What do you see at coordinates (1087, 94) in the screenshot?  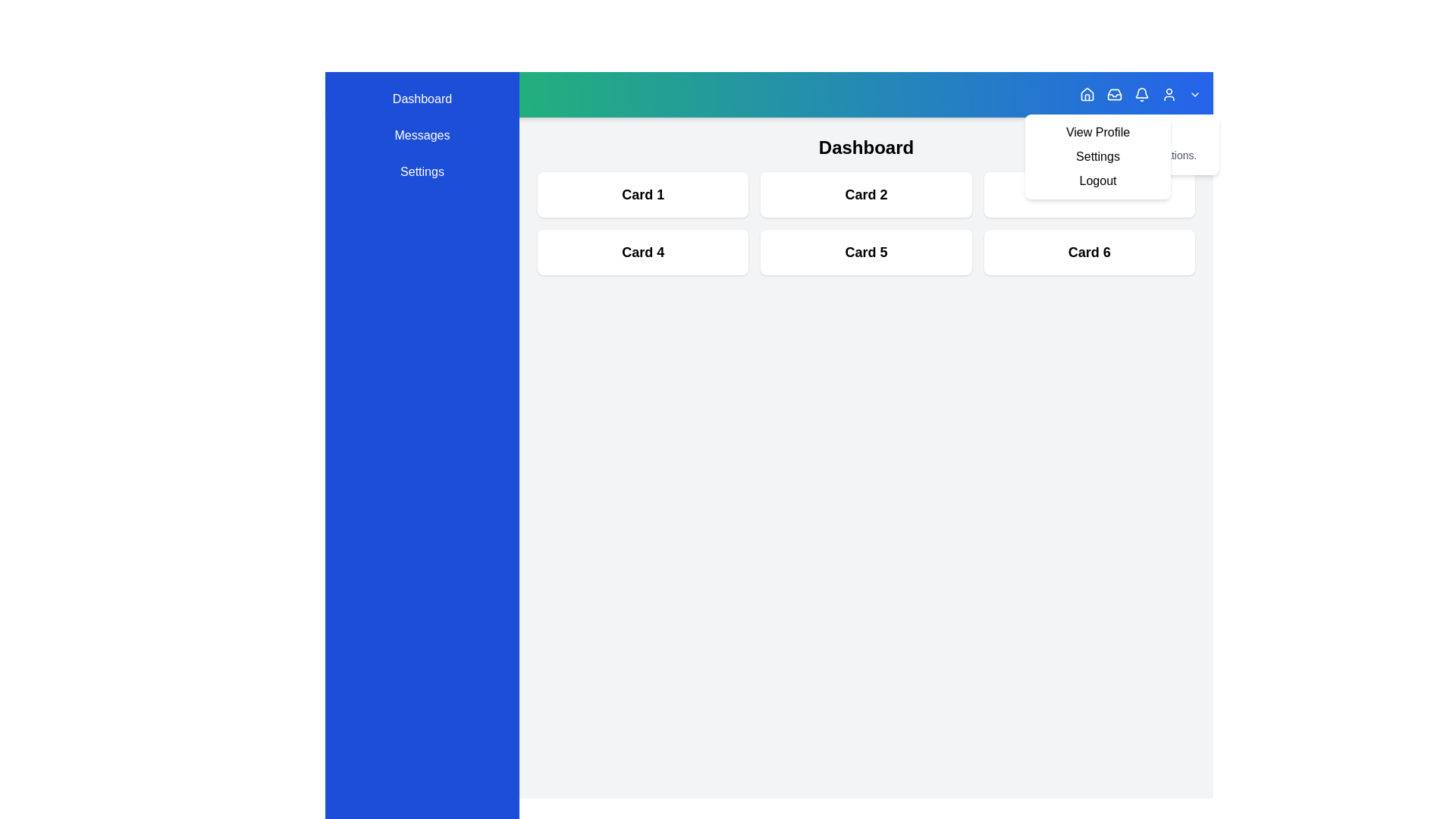 I see `the homepage navigation button icon located on the right side of the blue menu bar at the top of the interface` at bounding box center [1087, 94].